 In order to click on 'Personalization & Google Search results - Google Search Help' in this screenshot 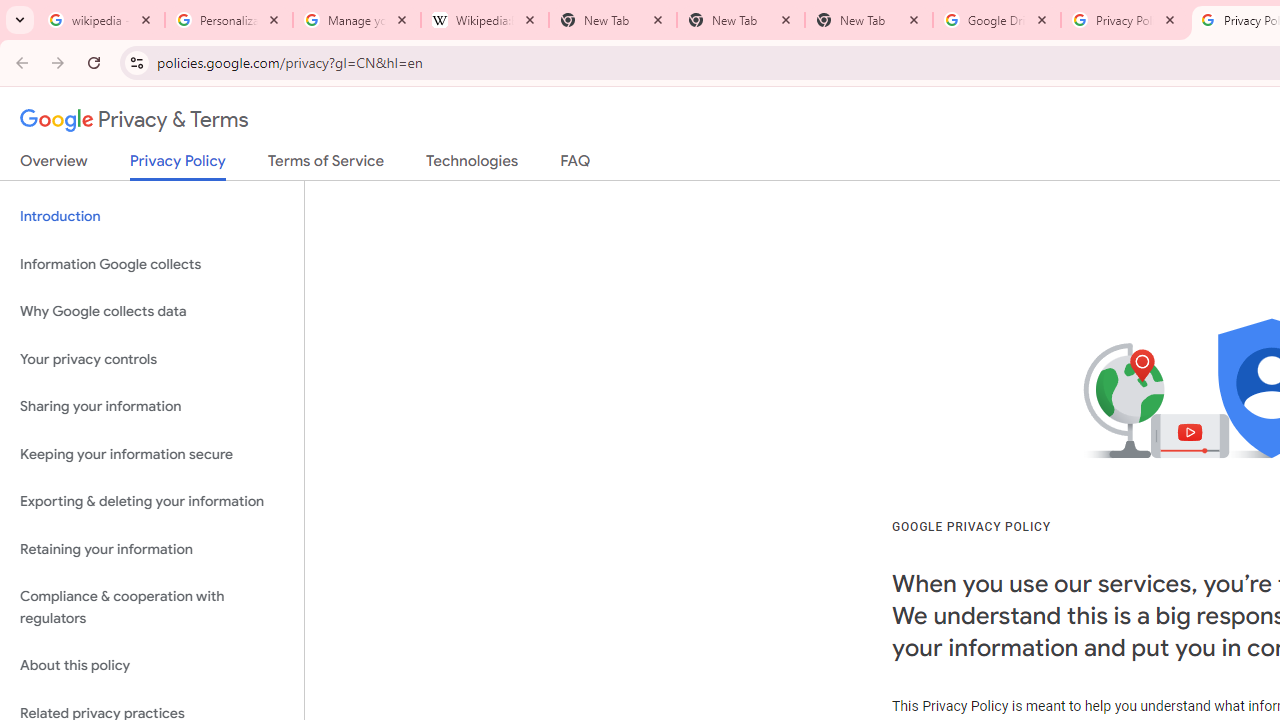, I will do `click(229, 20)`.